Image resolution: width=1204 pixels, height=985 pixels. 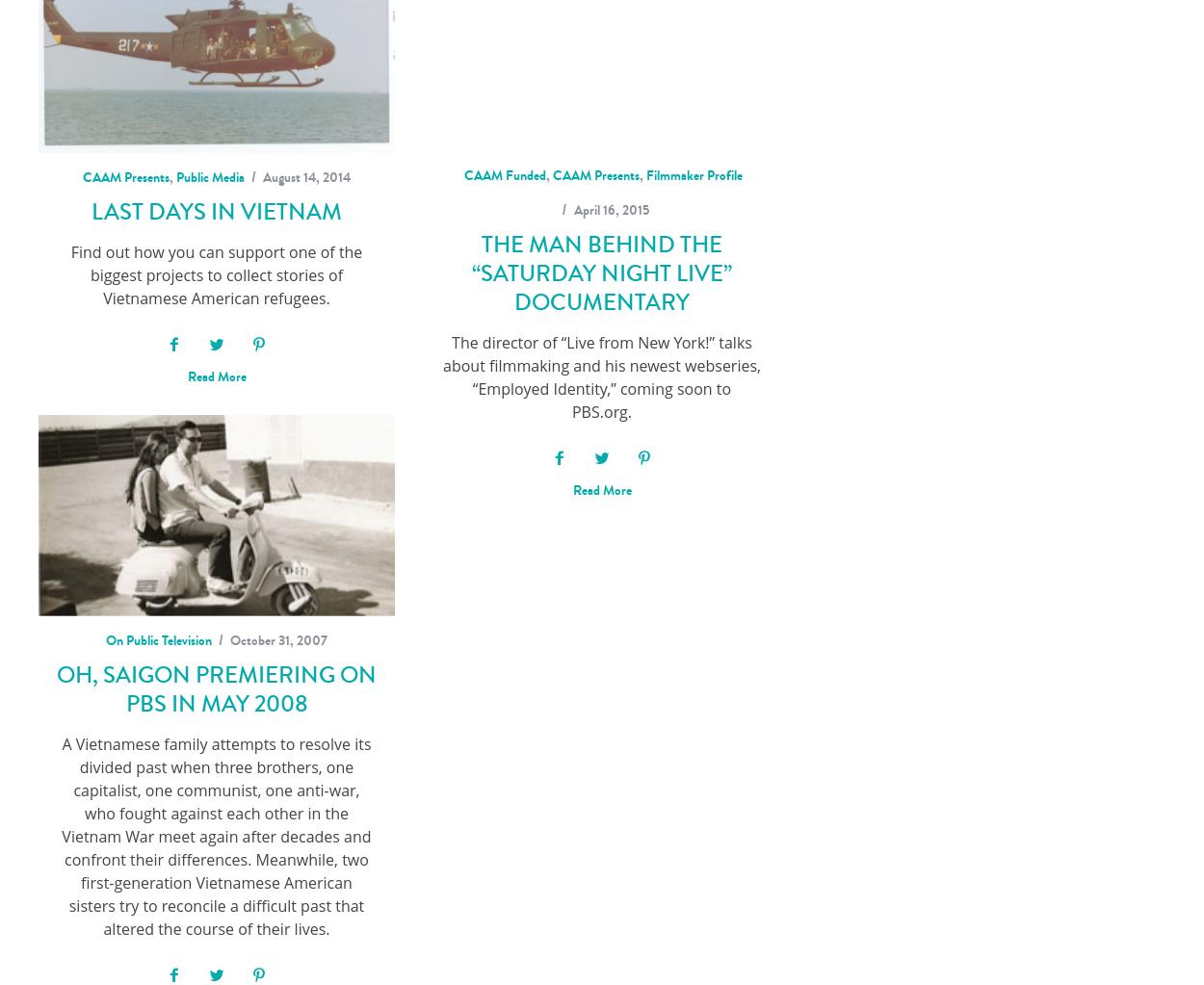 What do you see at coordinates (216, 688) in the screenshot?
I see `'OH, SAIGON Premiering on PBS in May 2008'` at bounding box center [216, 688].